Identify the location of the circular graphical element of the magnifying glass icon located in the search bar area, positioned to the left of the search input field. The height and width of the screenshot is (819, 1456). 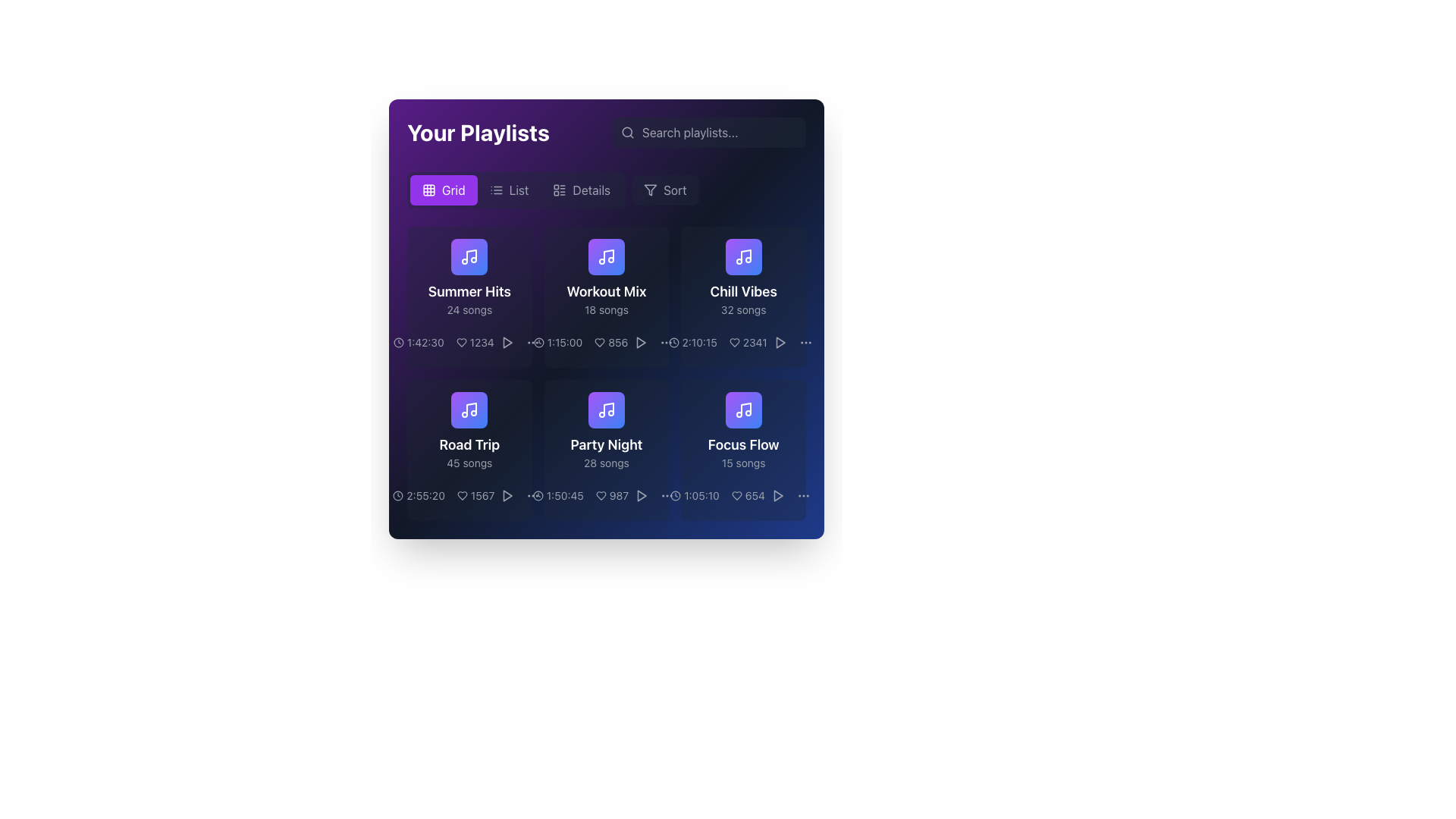
(627, 131).